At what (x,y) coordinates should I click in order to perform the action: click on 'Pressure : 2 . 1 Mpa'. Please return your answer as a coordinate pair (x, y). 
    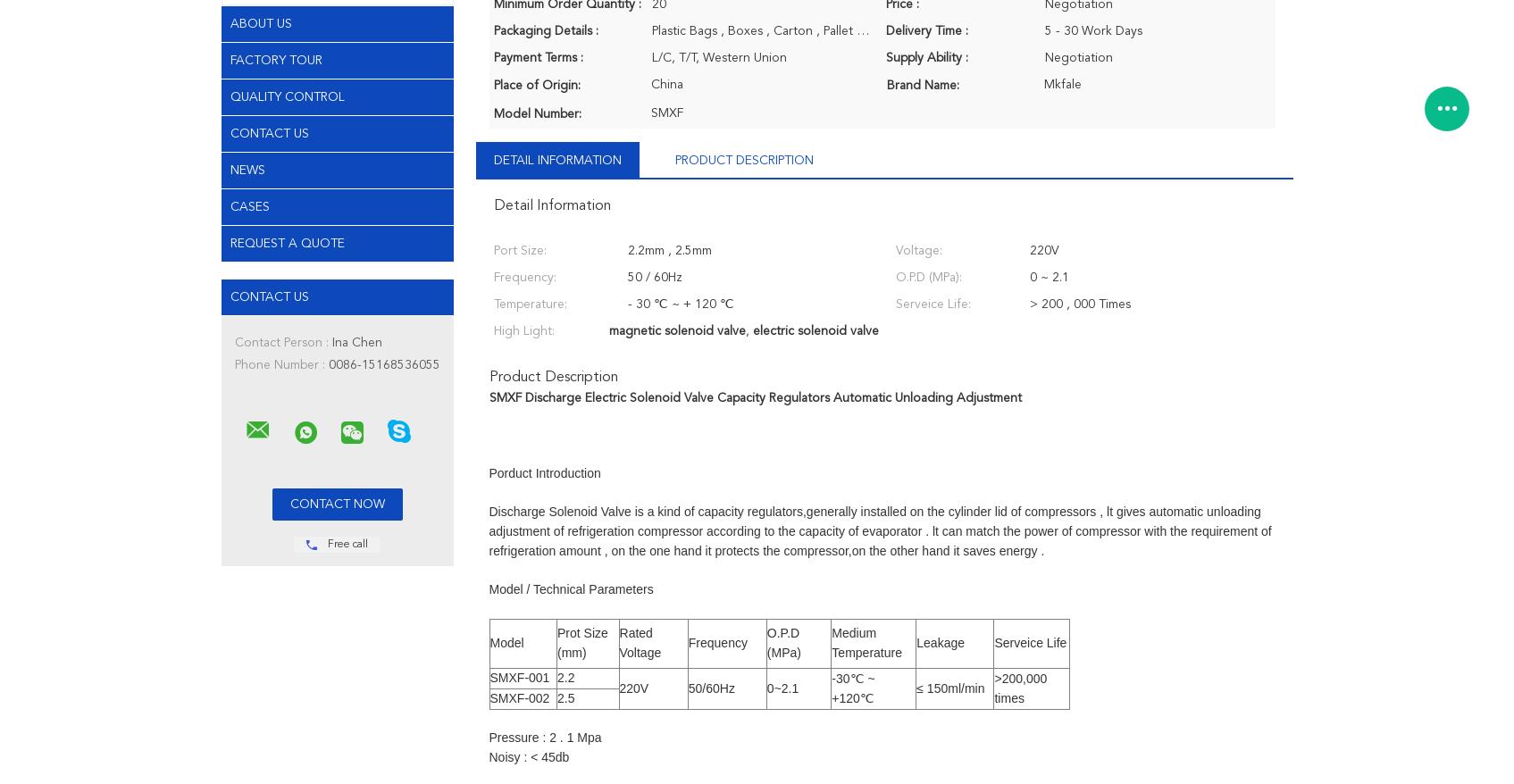
    Looking at the image, I should click on (488, 737).